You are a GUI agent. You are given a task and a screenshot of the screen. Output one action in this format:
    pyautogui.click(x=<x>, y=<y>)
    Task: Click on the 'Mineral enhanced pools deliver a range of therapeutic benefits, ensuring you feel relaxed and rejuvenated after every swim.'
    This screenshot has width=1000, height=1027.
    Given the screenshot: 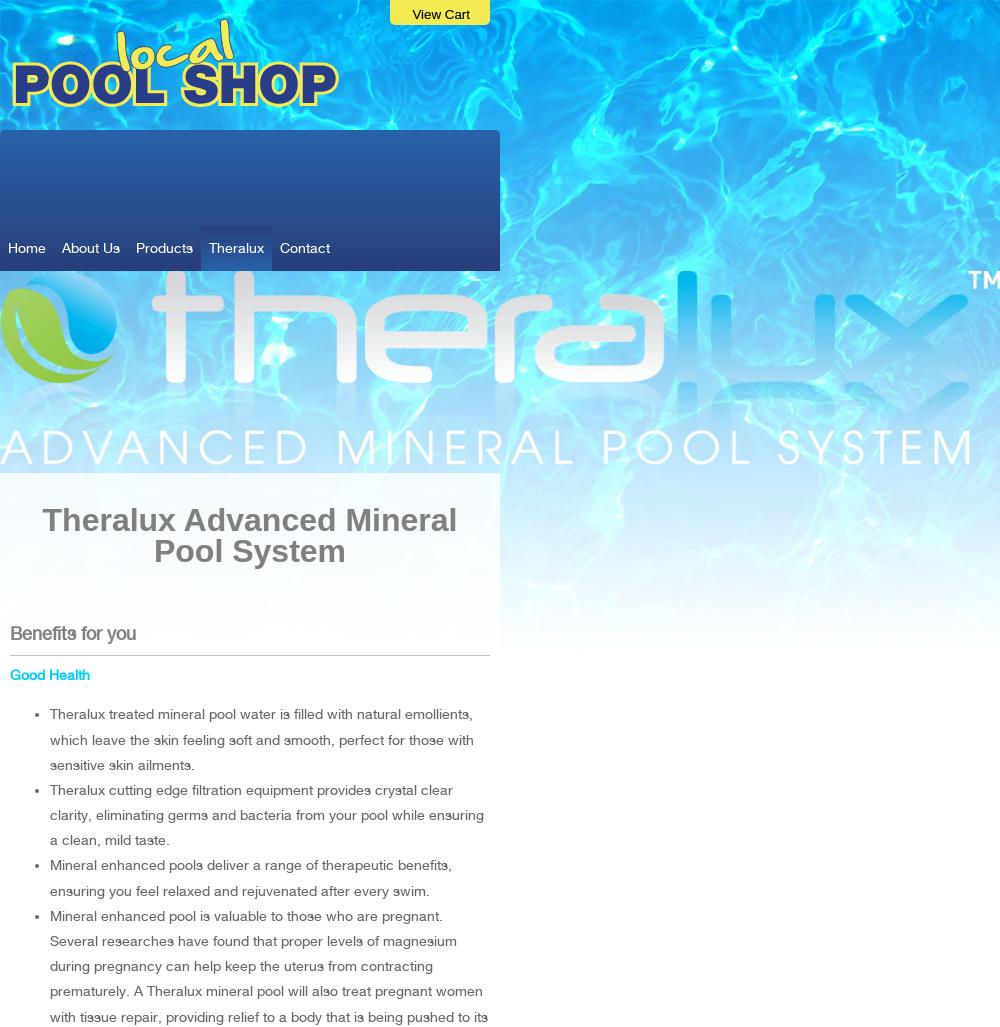 What is the action you would take?
    pyautogui.click(x=251, y=876)
    